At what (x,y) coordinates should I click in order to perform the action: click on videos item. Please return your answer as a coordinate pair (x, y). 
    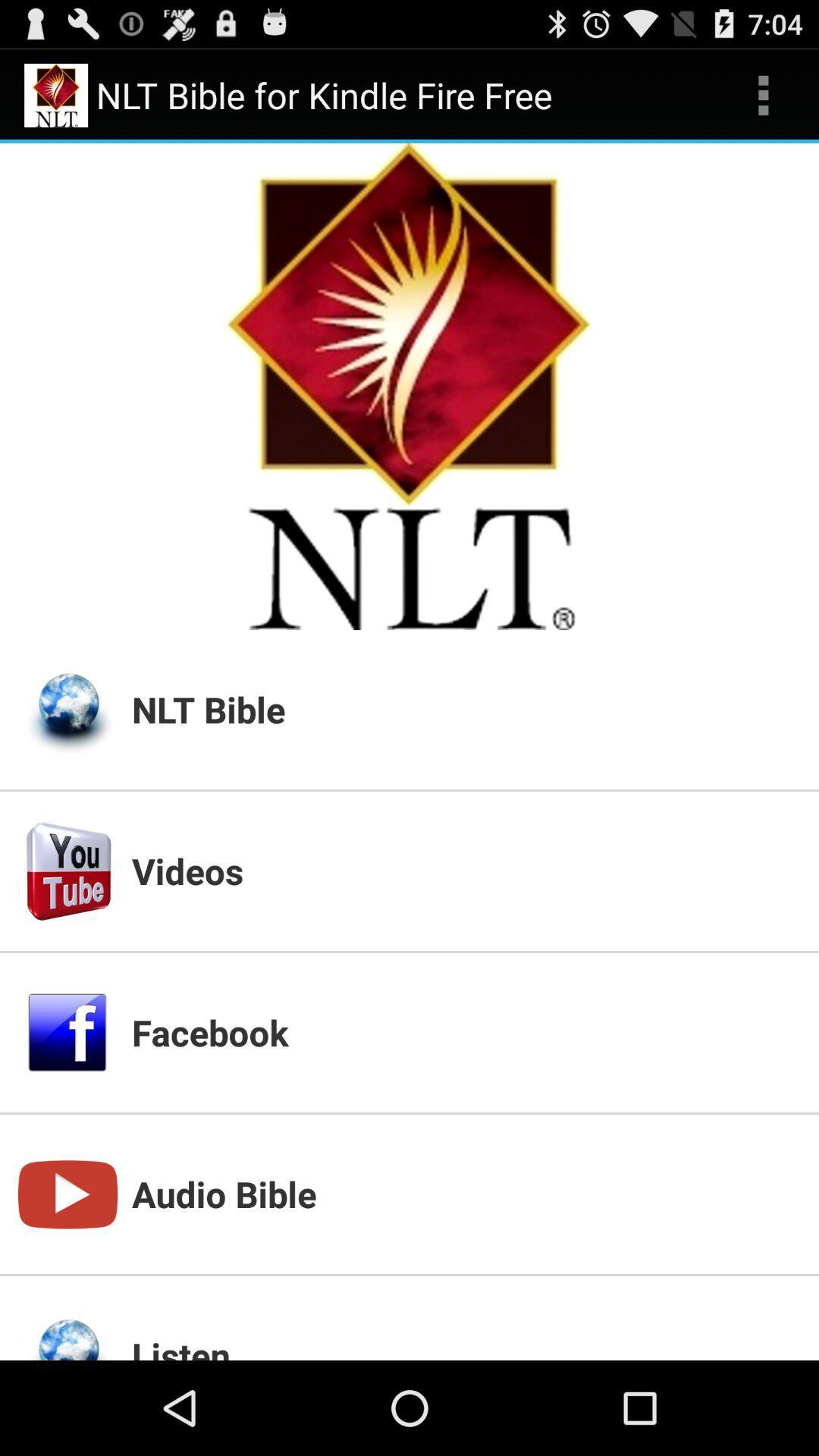
    Looking at the image, I should click on (465, 871).